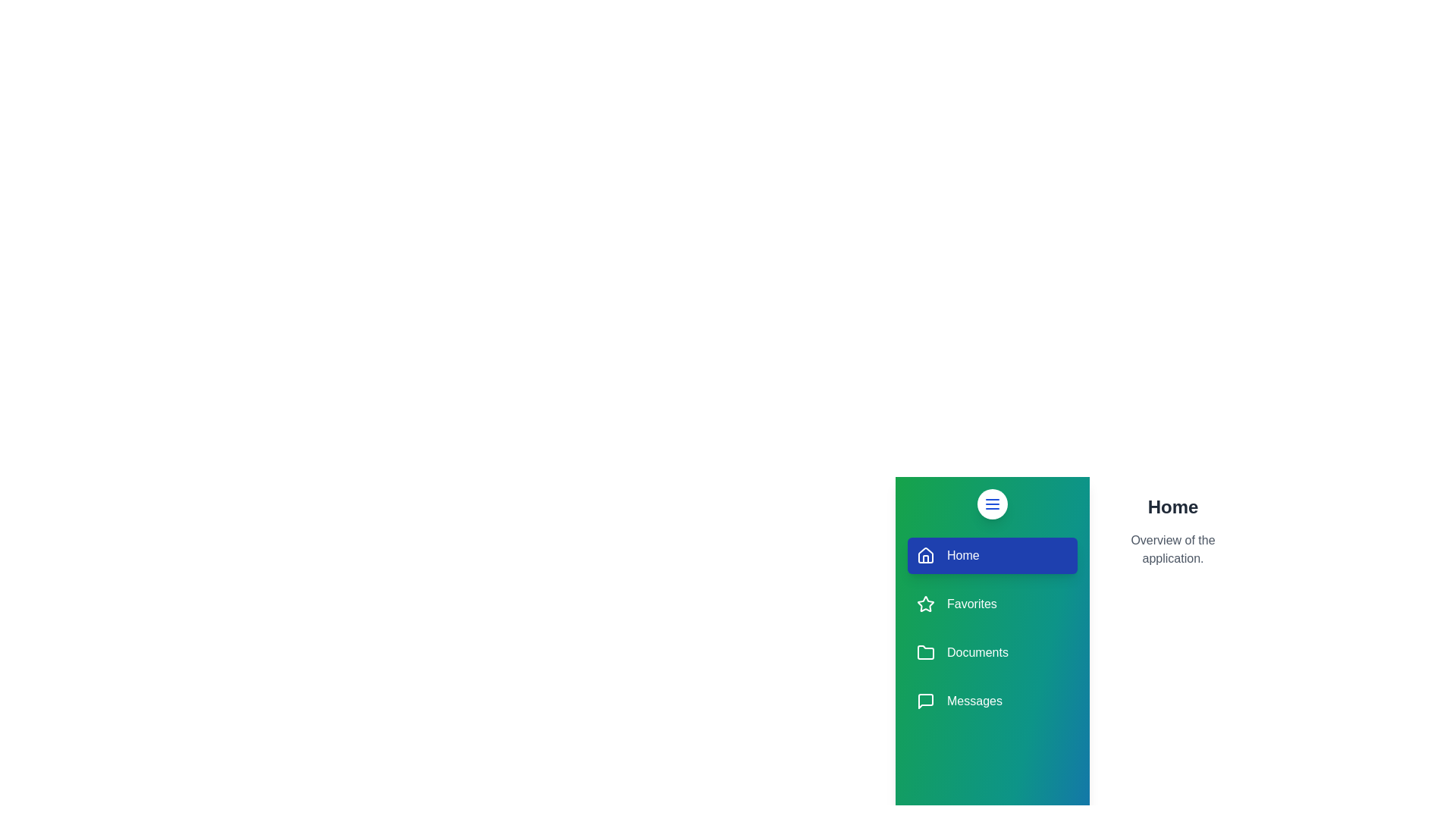 Image resolution: width=1456 pixels, height=819 pixels. Describe the element at coordinates (993, 555) in the screenshot. I see `the Home section in the drawer menu to highlight it` at that location.